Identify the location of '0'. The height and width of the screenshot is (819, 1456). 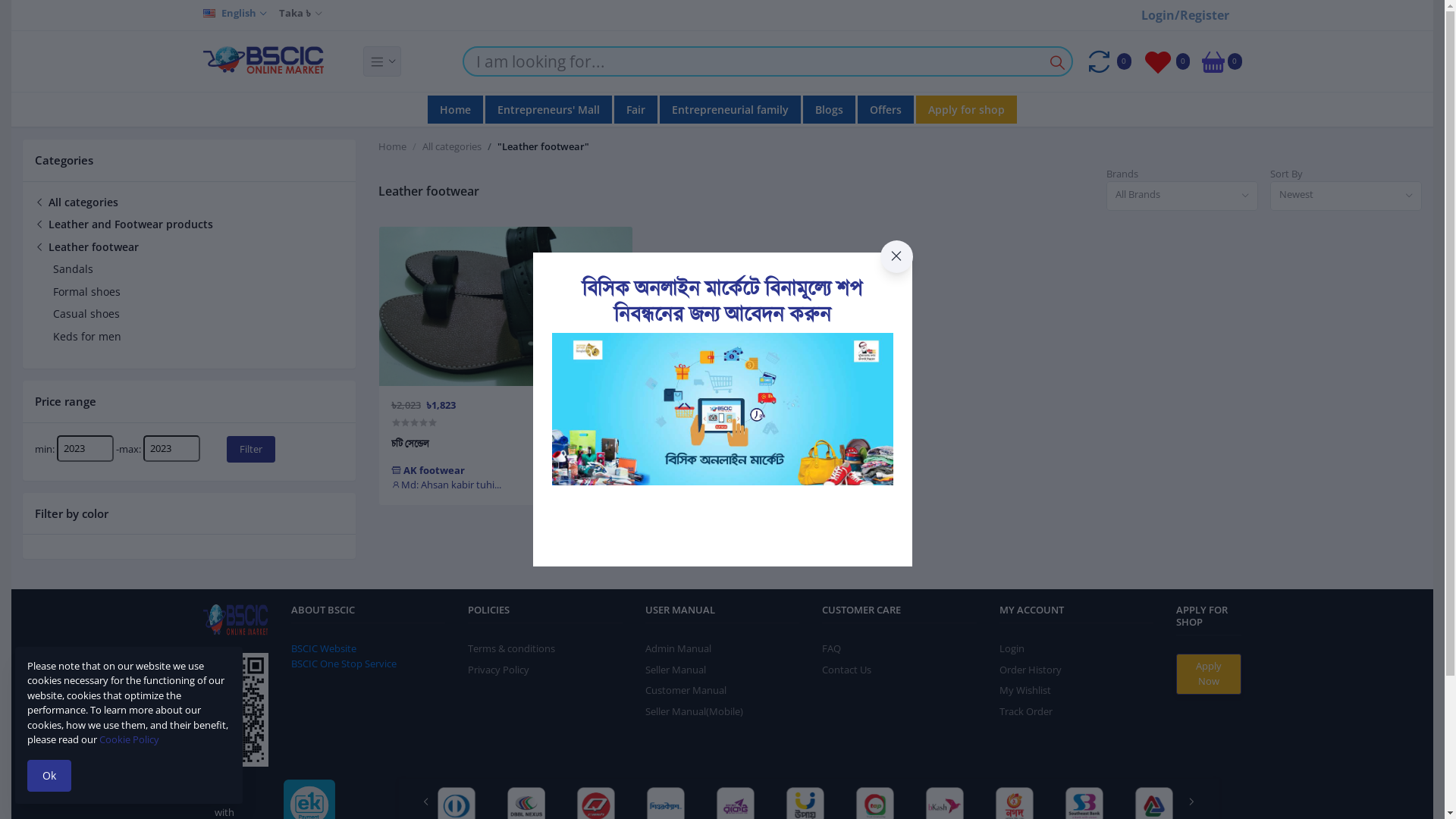
(1166, 61).